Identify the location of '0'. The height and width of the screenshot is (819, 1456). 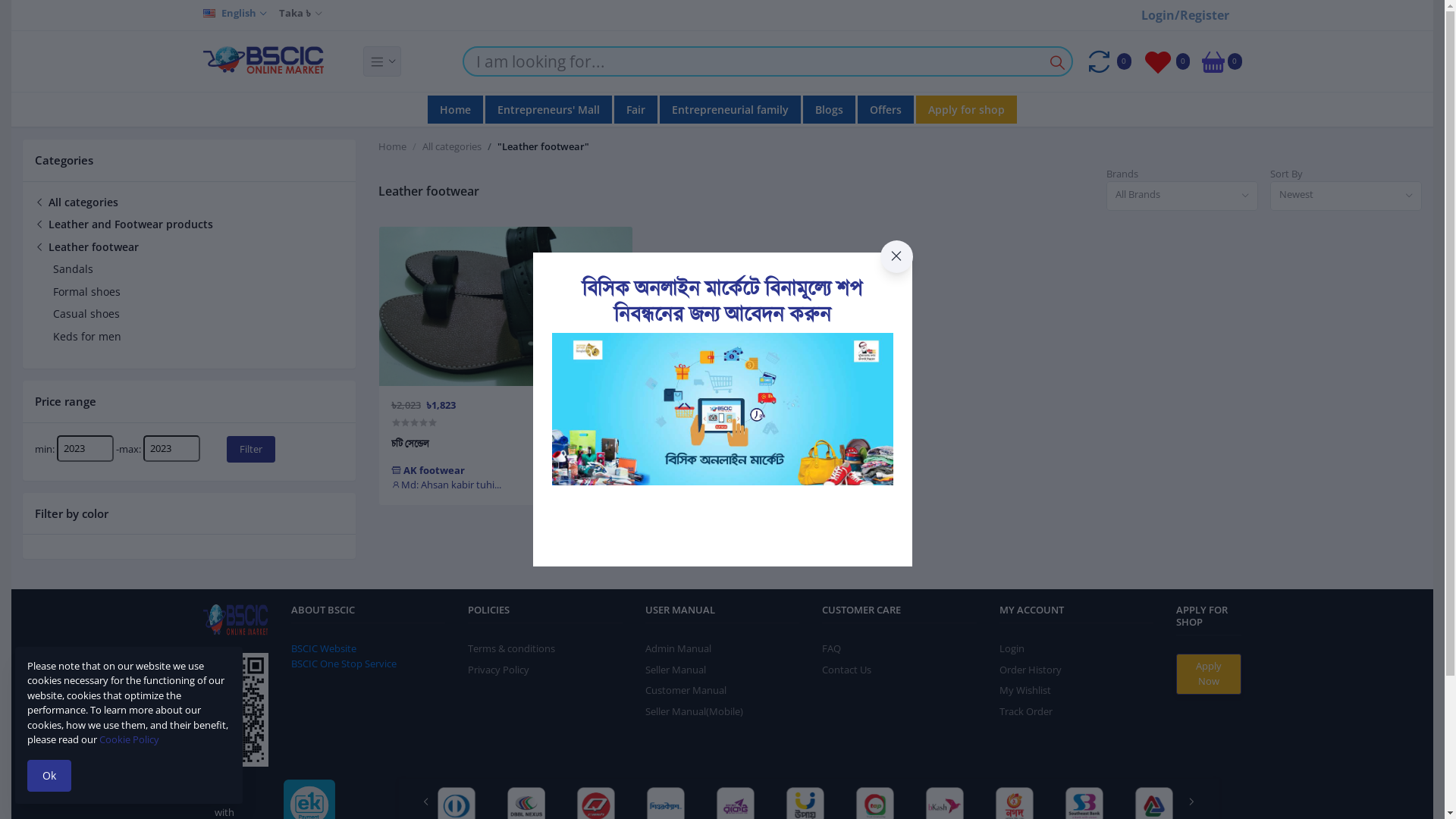
(1166, 61).